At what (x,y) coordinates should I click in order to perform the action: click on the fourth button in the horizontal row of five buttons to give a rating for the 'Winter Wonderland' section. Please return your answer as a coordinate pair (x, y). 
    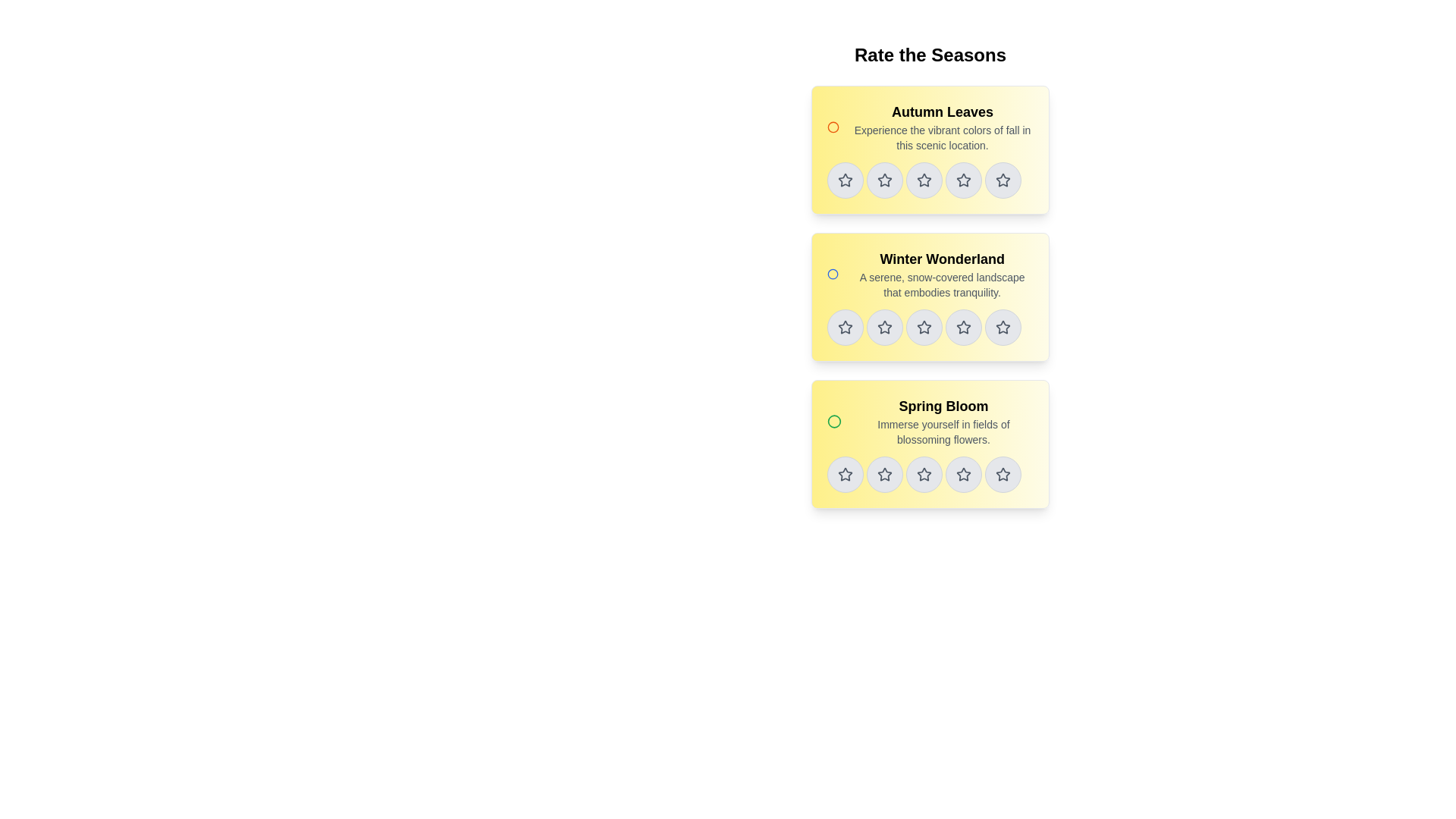
    Looking at the image, I should click on (963, 327).